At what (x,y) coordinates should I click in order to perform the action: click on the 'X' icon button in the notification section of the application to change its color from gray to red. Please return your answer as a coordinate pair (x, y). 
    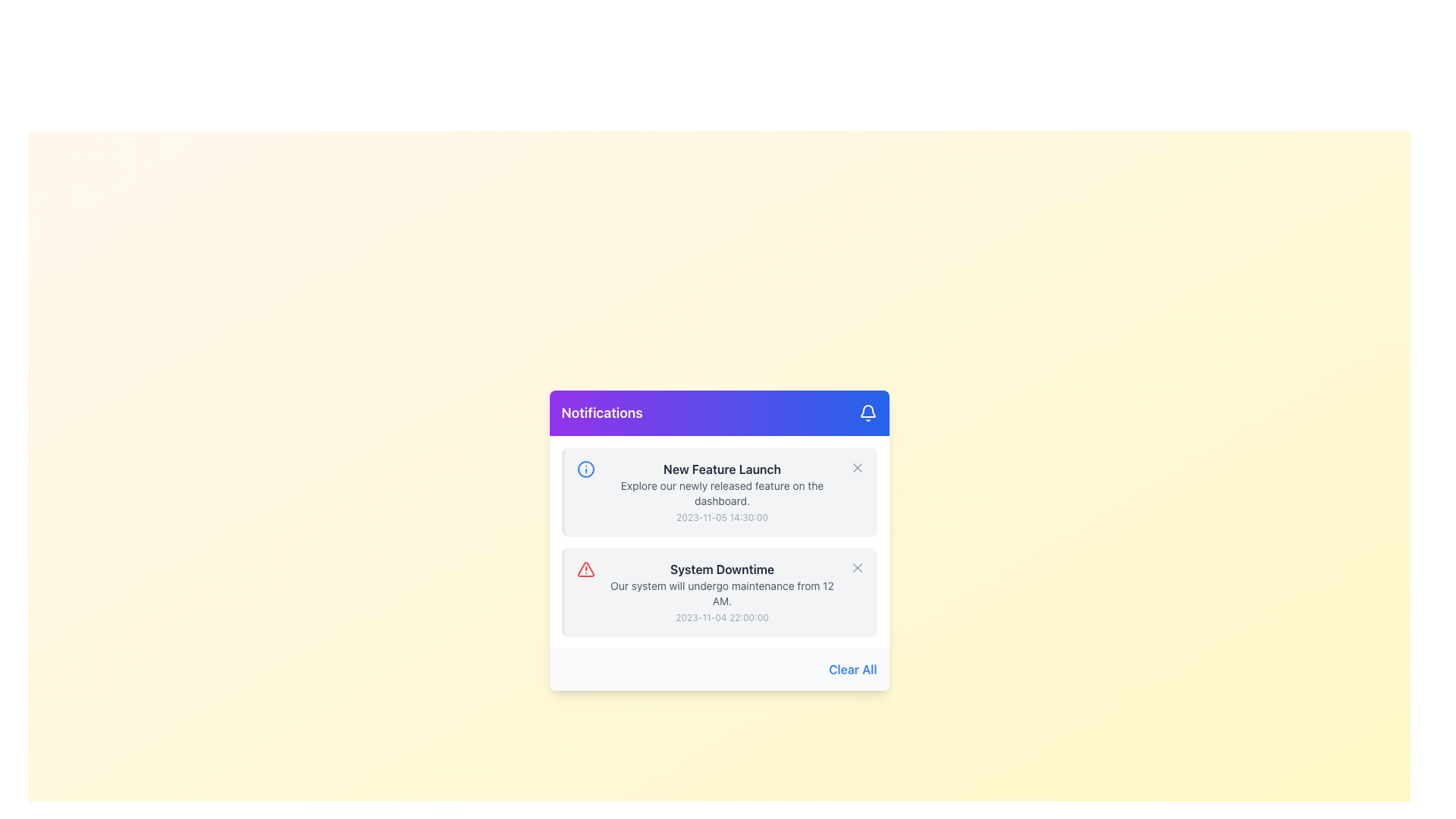
    Looking at the image, I should click on (857, 467).